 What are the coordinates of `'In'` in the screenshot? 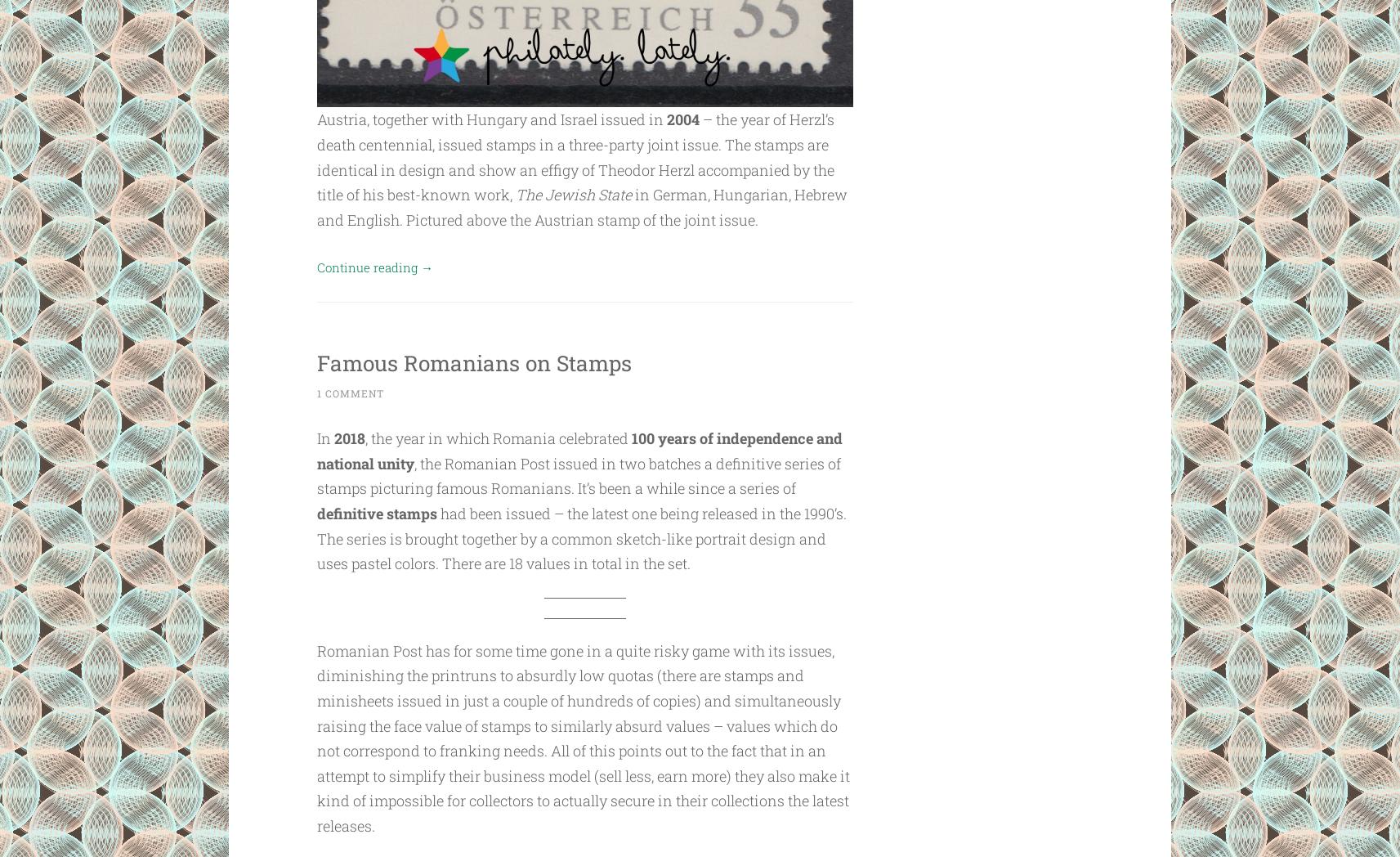 It's located at (324, 437).